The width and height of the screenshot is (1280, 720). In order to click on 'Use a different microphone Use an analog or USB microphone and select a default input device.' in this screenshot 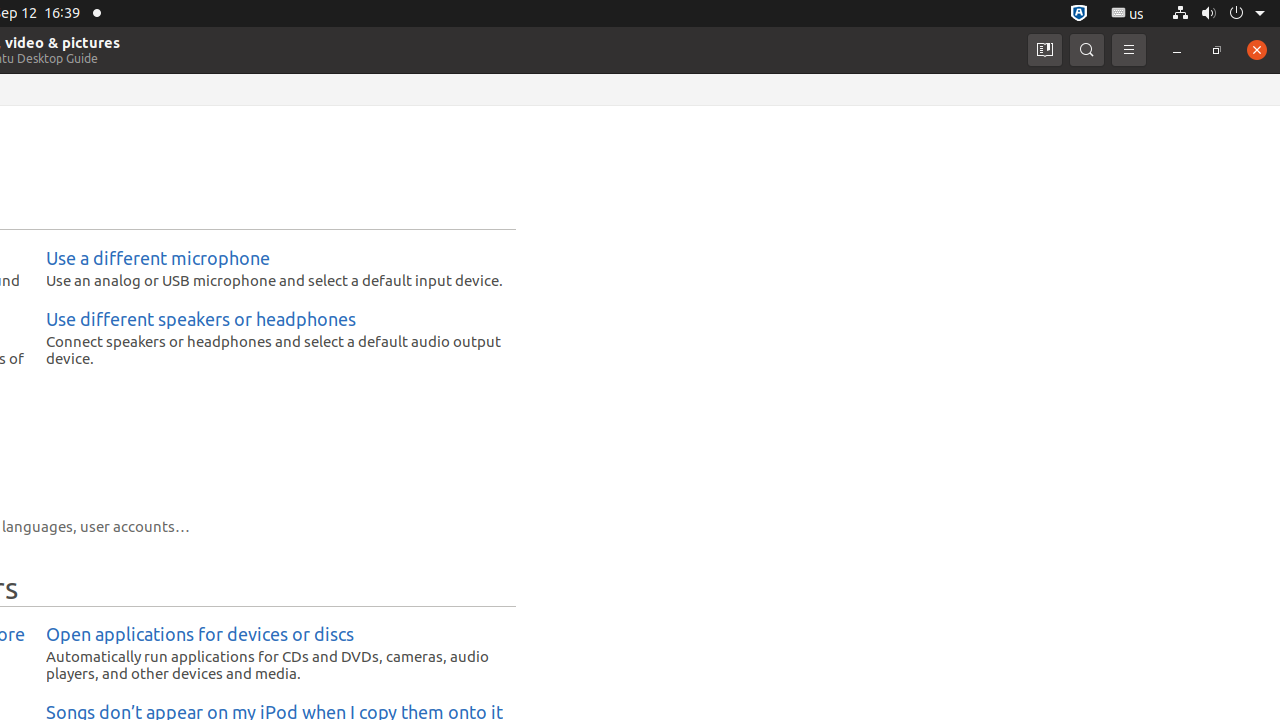, I will do `click(274, 266)`.